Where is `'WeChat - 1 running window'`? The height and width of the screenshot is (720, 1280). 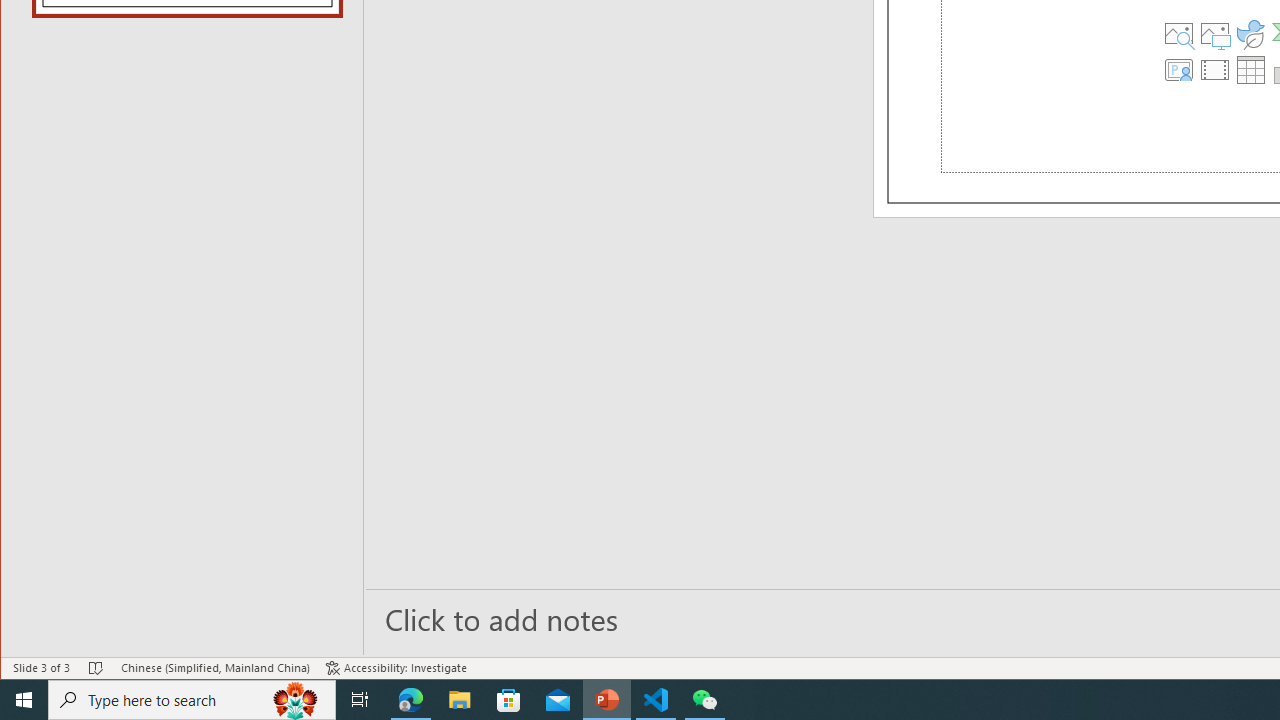 'WeChat - 1 running window' is located at coordinates (705, 698).